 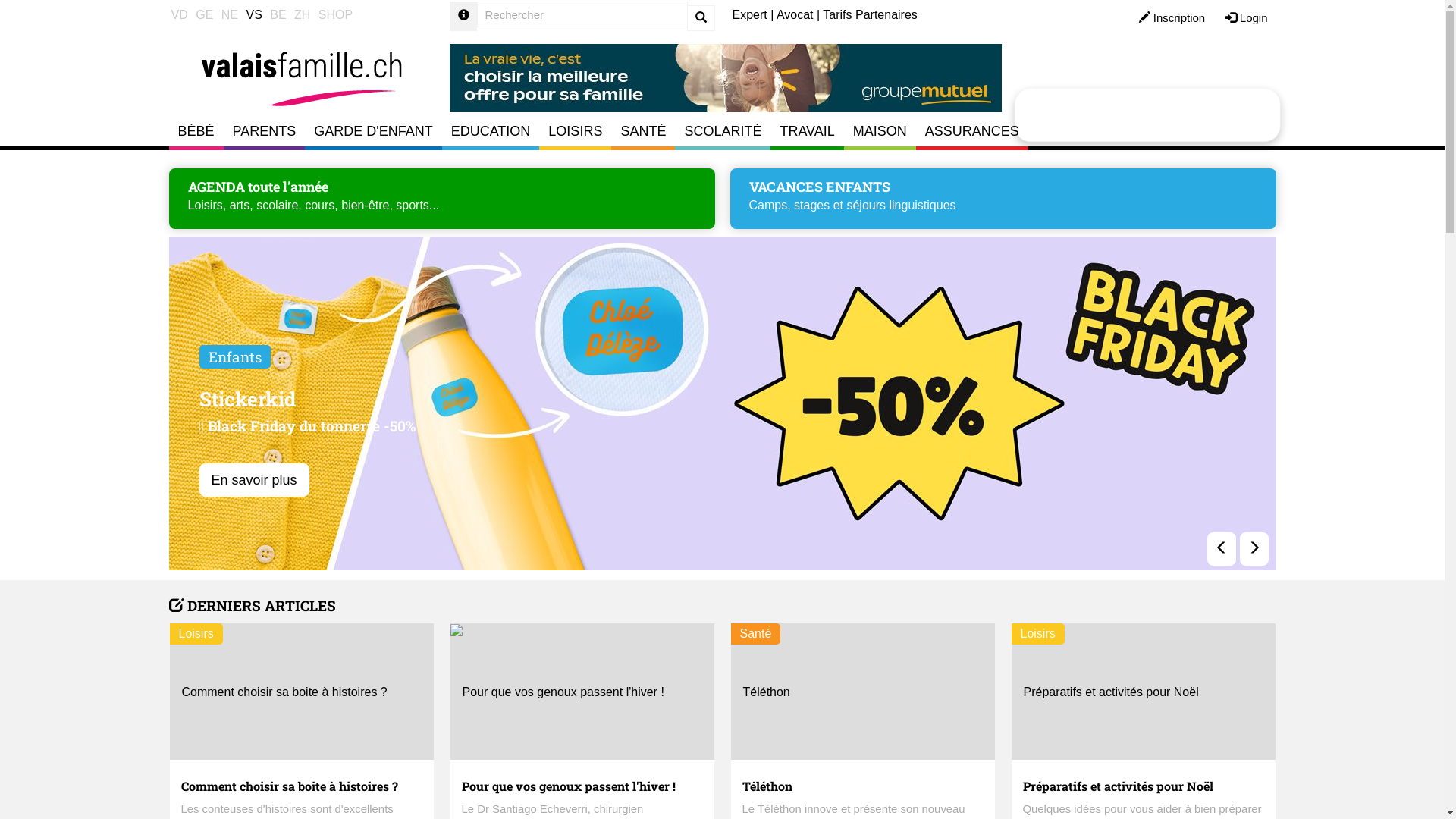 I want to click on 'Inscription', so click(x=1171, y=18).